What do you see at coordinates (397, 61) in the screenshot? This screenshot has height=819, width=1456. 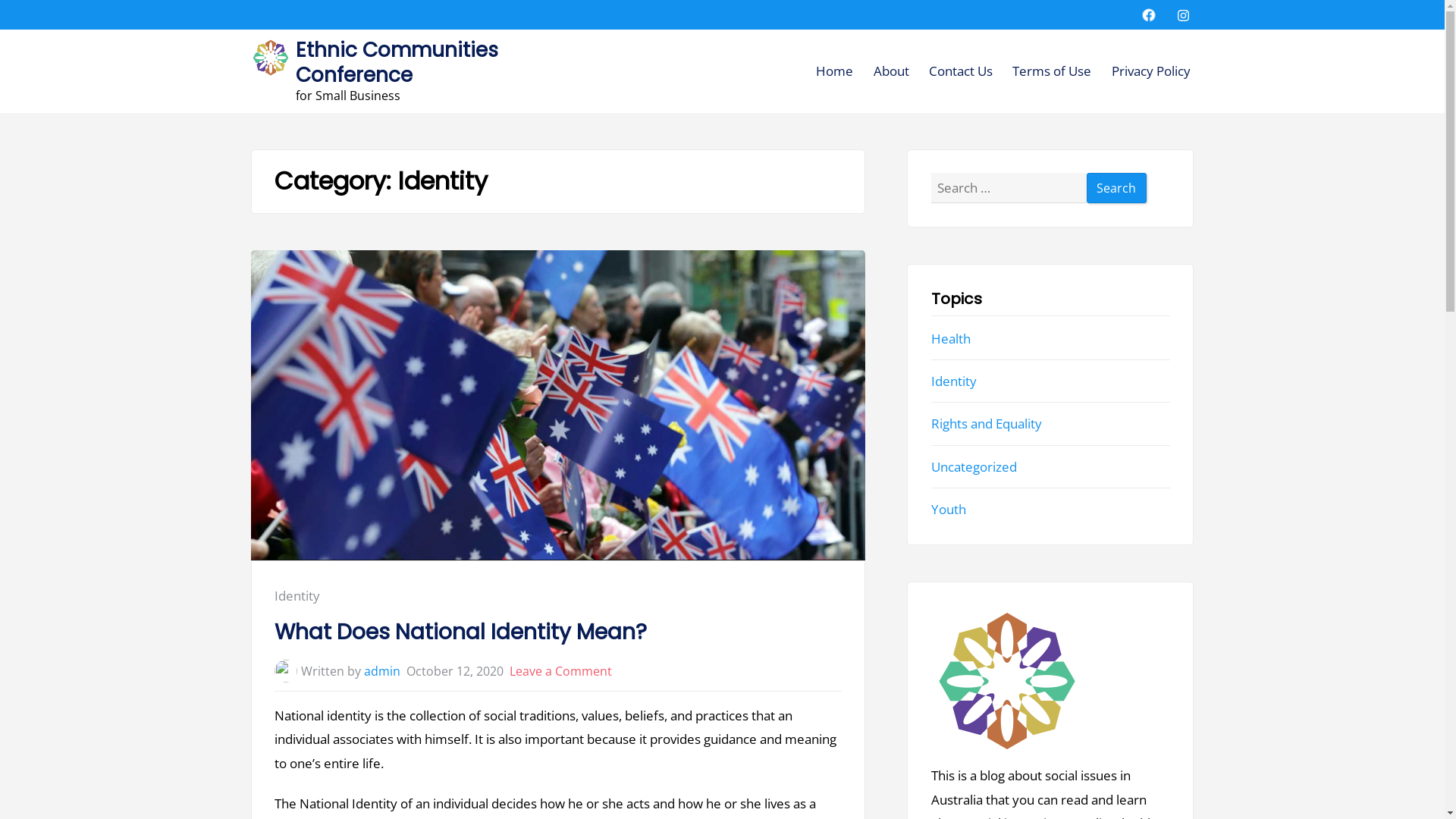 I see `'Ethnic Communities Conference'` at bounding box center [397, 61].